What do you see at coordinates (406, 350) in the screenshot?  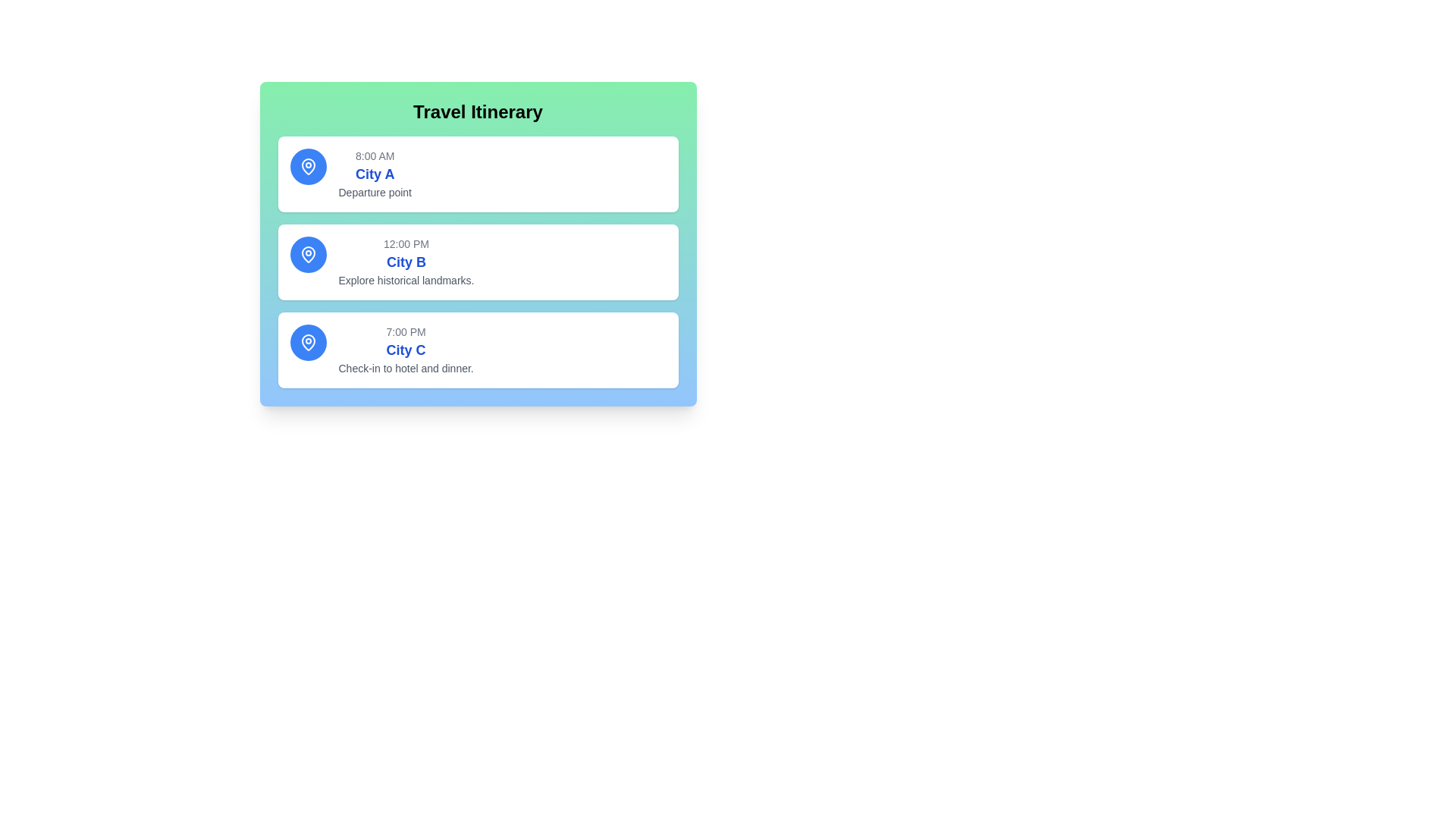 I see `the text label displaying 'City C' in bold blue color, located in the third itinerary card, positioned below '7:00 PM' and above 'Check-in to hotel and dinner'` at bounding box center [406, 350].